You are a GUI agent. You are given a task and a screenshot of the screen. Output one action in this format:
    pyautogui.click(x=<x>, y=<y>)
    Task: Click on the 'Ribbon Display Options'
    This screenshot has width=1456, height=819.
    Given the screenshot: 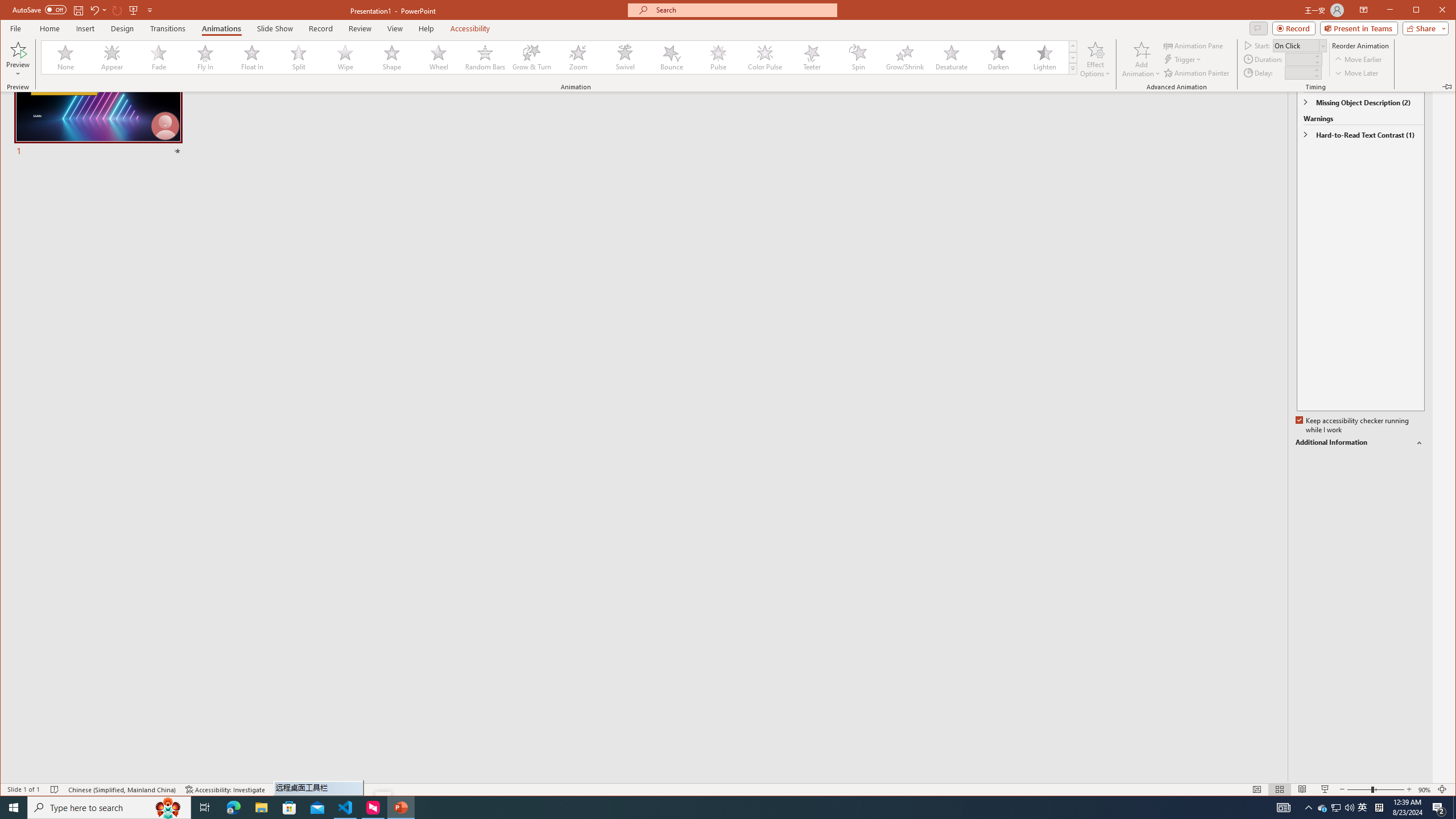 What is the action you would take?
    pyautogui.click(x=1363, y=10)
    